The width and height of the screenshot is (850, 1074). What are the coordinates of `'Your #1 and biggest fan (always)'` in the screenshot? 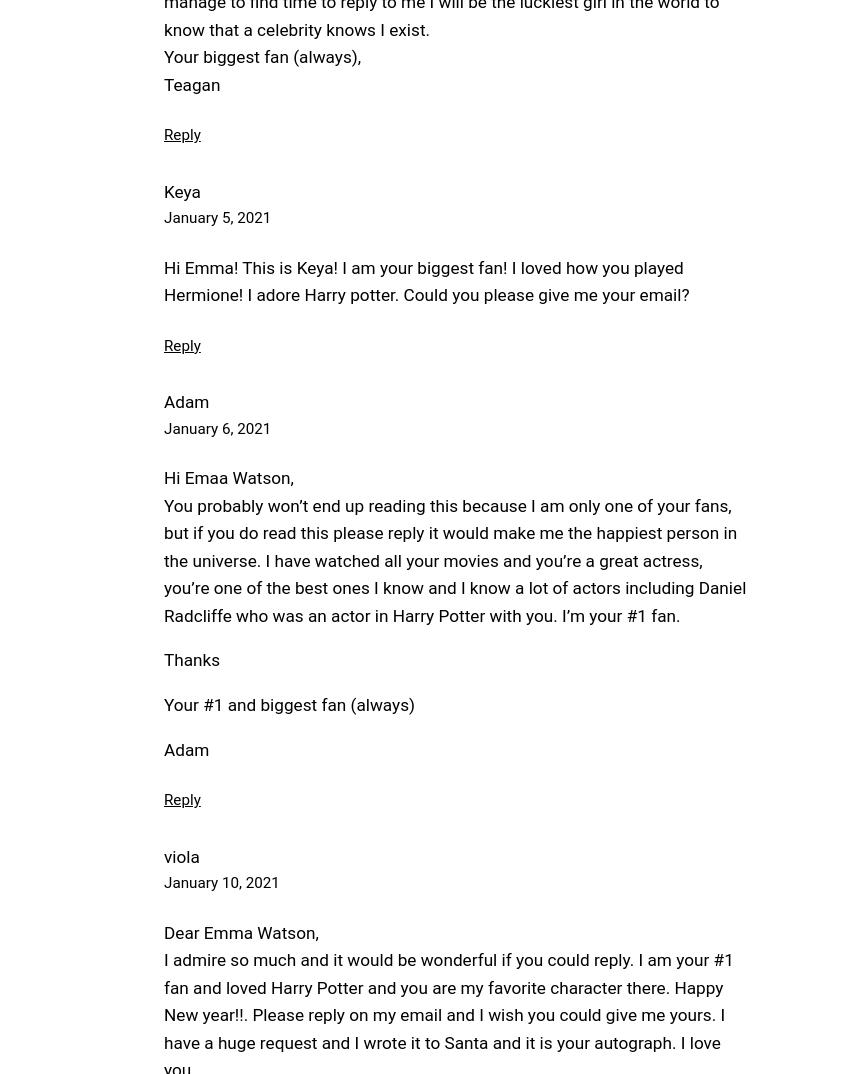 It's located at (288, 704).